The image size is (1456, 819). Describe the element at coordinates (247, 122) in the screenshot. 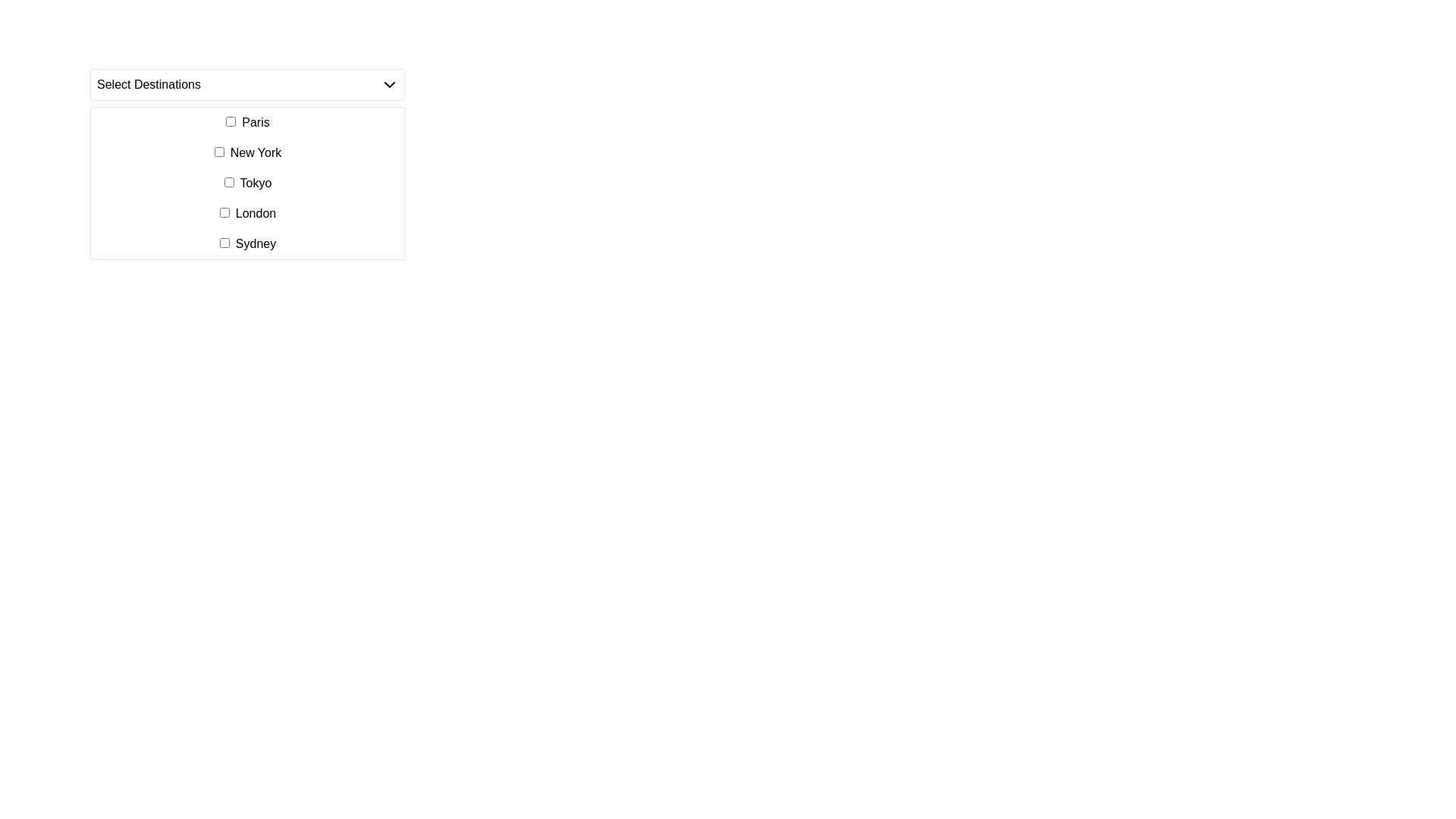

I see `the label associated with the 'Paris' checkbox` at that location.